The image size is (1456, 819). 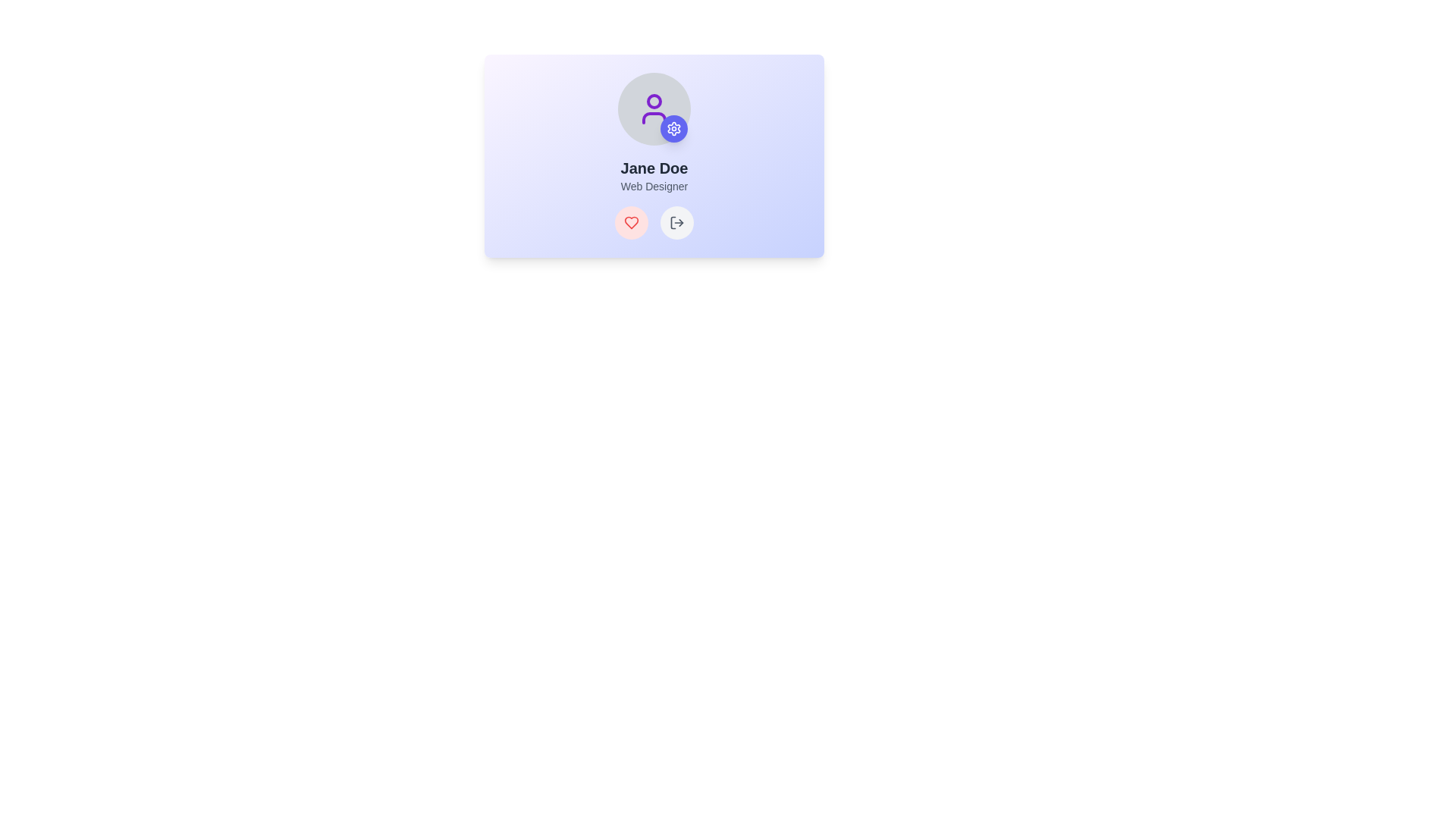 What do you see at coordinates (632, 222) in the screenshot?
I see `the heart icon located within a circular button below the name and title` at bounding box center [632, 222].